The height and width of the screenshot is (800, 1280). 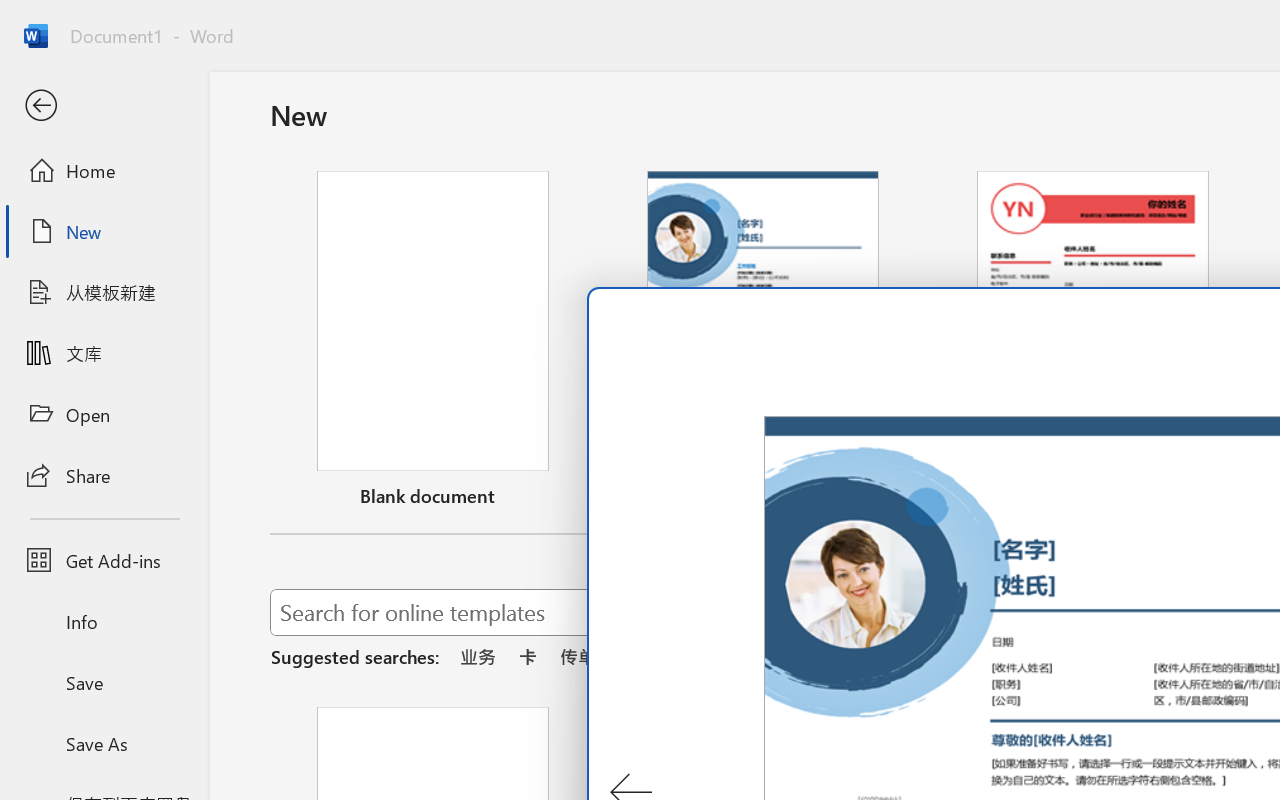 What do you see at coordinates (103, 621) in the screenshot?
I see `'Info'` at bounding box center [103, 621].